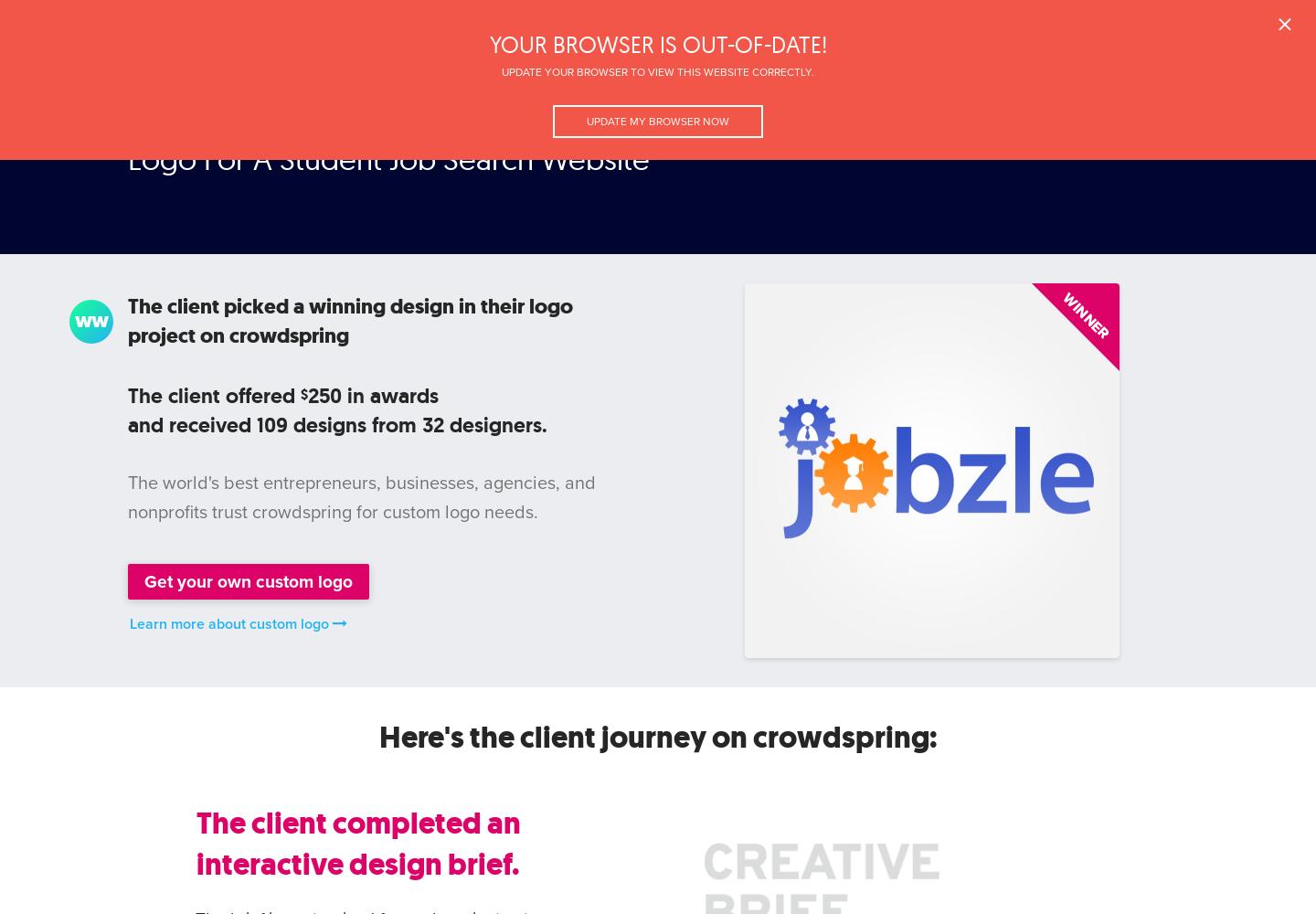  What do you see at coordinates (208, 127) in the screenshot?
I see `'project by'` at bounding box center [208, 127].